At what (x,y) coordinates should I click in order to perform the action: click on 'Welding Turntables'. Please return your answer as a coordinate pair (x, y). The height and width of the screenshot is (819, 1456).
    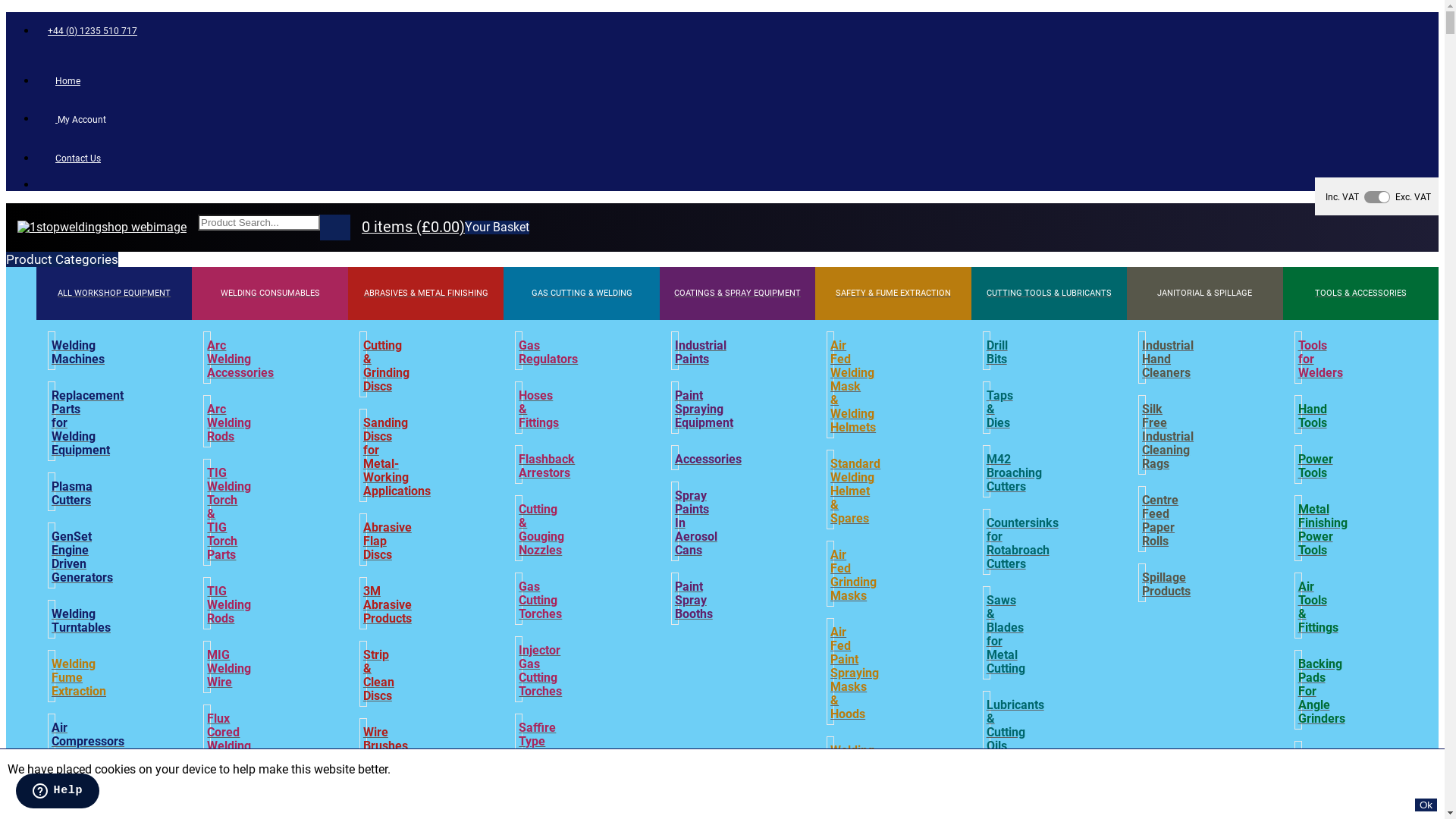
    Looking at the image, I should click on (80, 620).